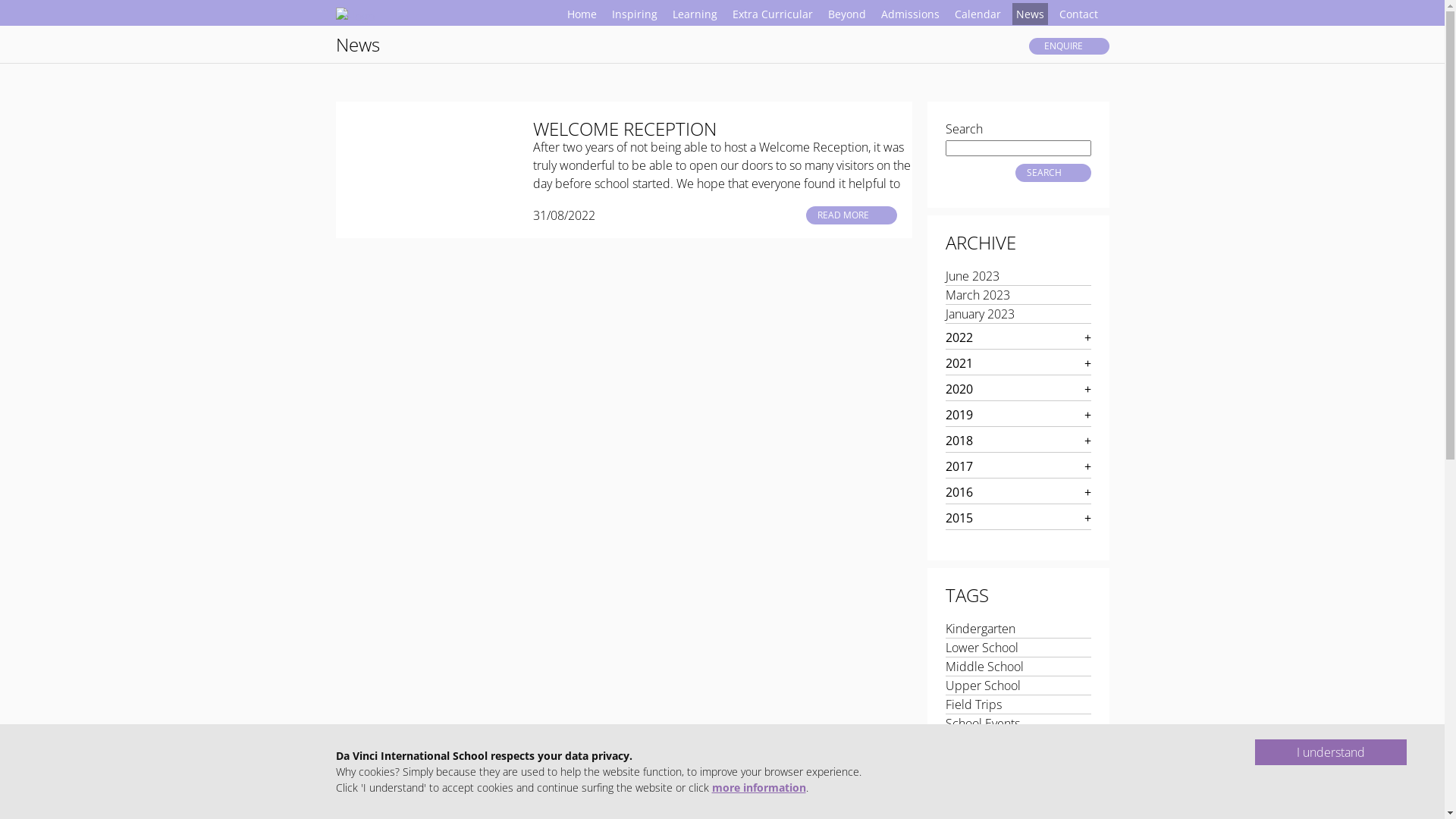 This screenshot has height=819, width=1456. What do you see at coordinates (1068, 45) in the screenshot?
I see `'ENQUIRE'` at bounding box center [1068, 45].